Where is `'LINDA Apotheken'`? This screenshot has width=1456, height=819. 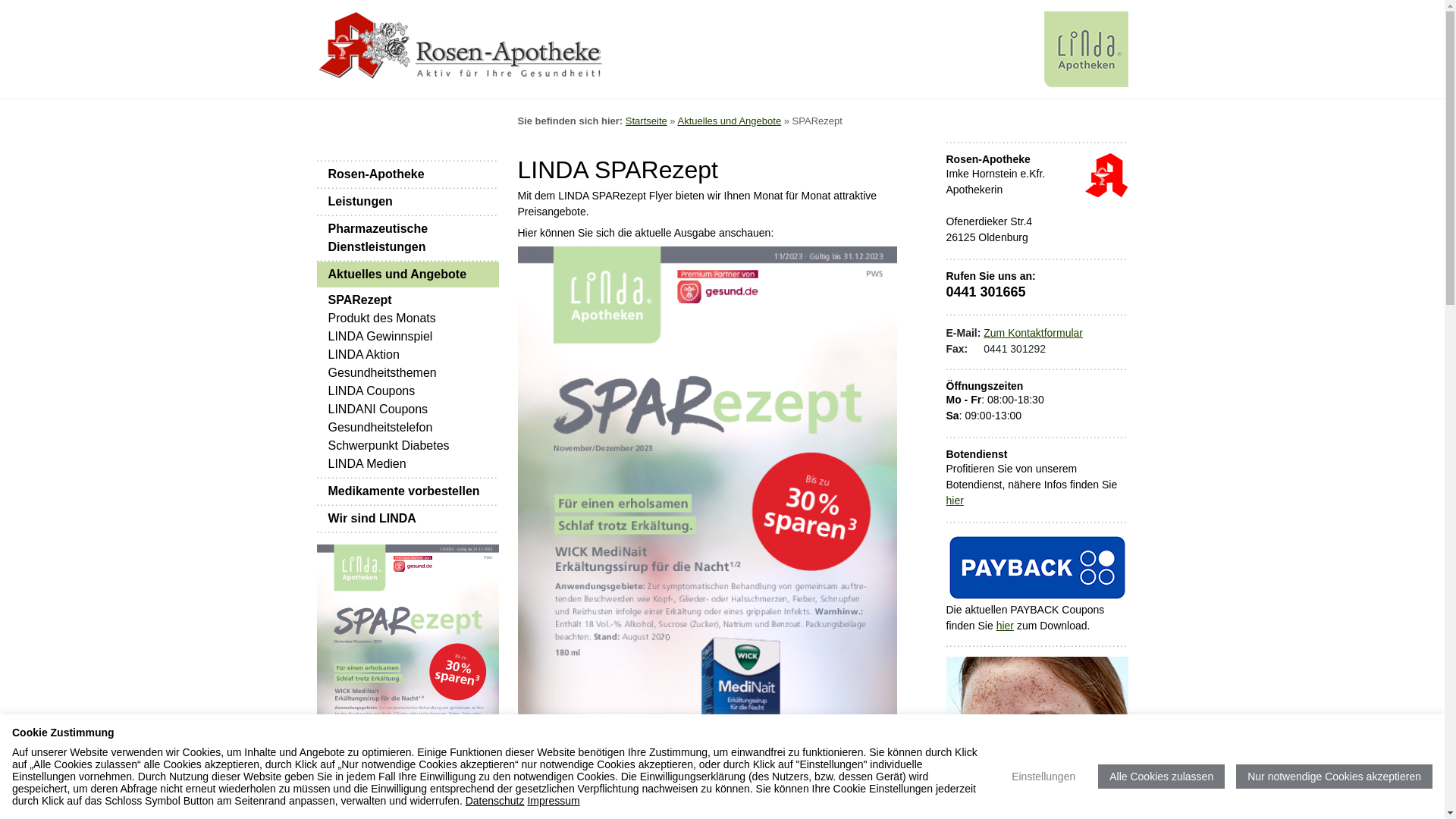 'LINDA Apotheken' is located at coordinates (1084, 49).